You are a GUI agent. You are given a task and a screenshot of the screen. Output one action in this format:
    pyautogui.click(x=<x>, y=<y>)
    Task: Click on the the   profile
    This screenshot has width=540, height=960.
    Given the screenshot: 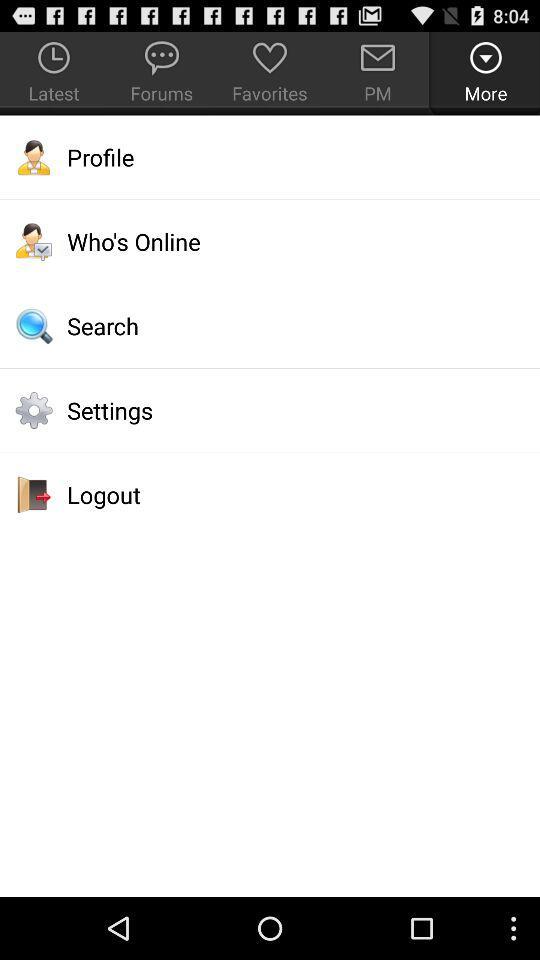 What is the action you would take?
    pyautogui.click(x=270, y=156)
    